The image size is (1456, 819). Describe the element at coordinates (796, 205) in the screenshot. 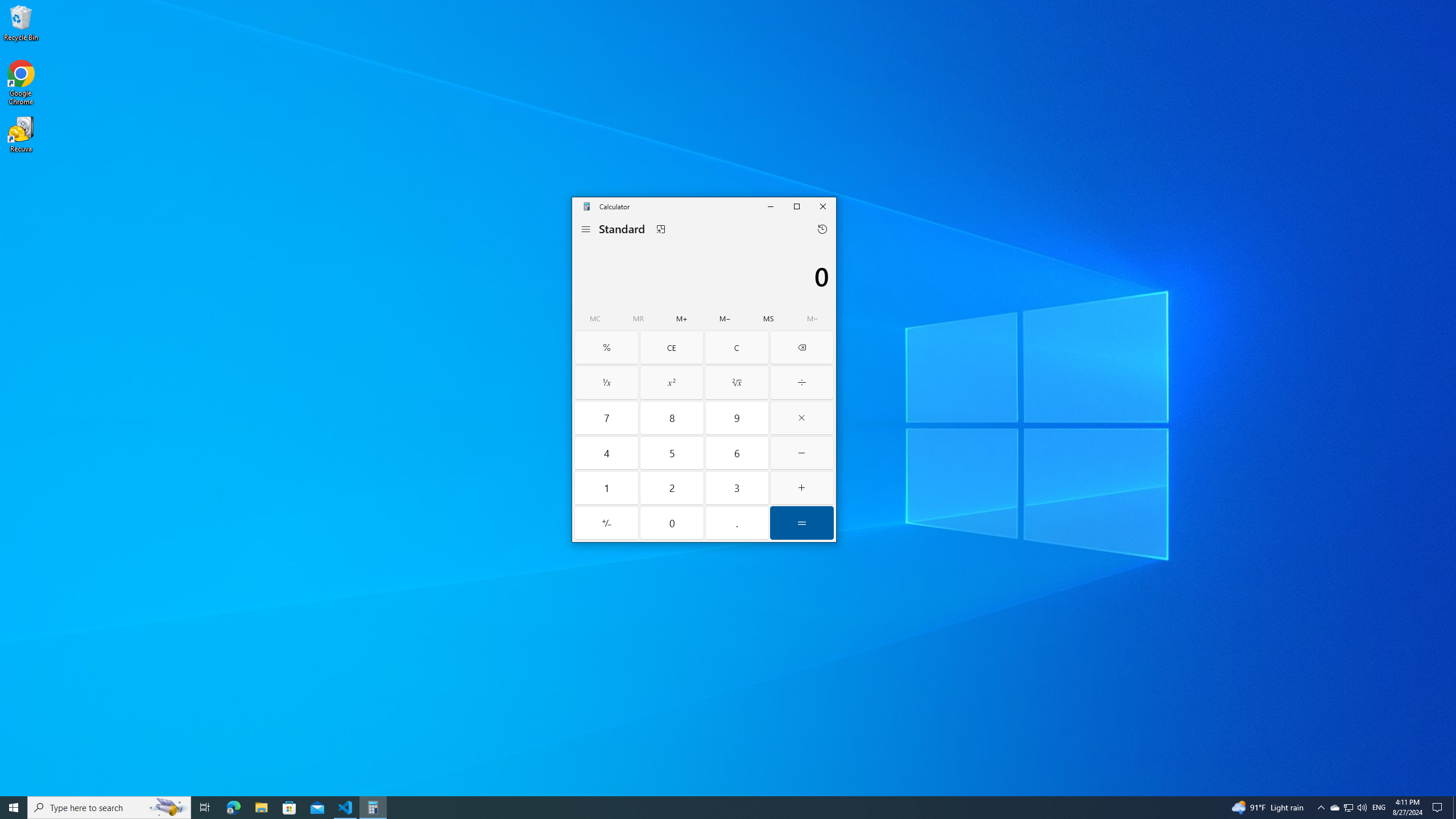

I see `'Maximize Calculator'` at that location.